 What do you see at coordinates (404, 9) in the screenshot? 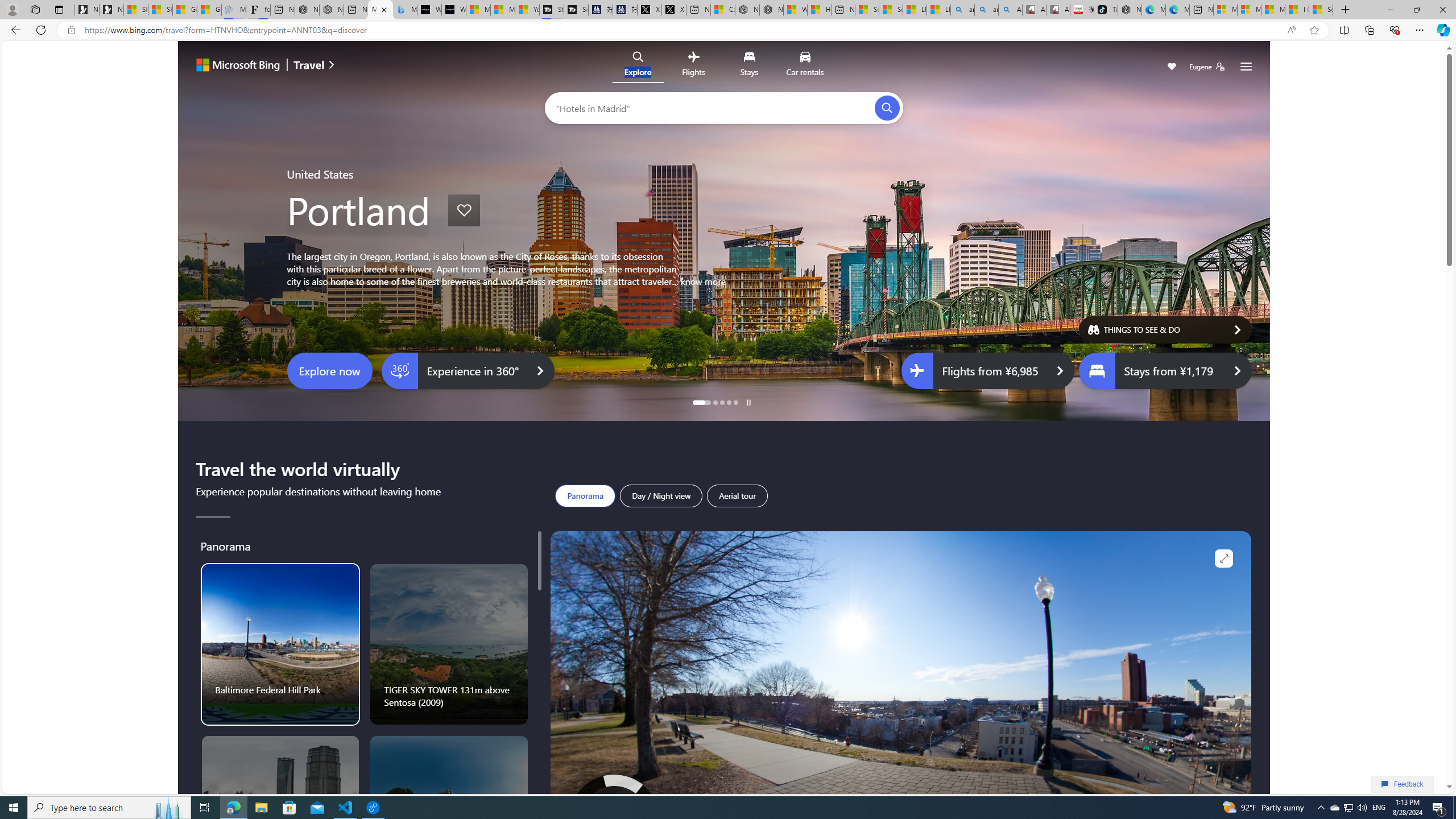
I see `'Microsoft Bing Travel - Shangri-La Hotel Bangkok'` at bounding box center [404, 9].